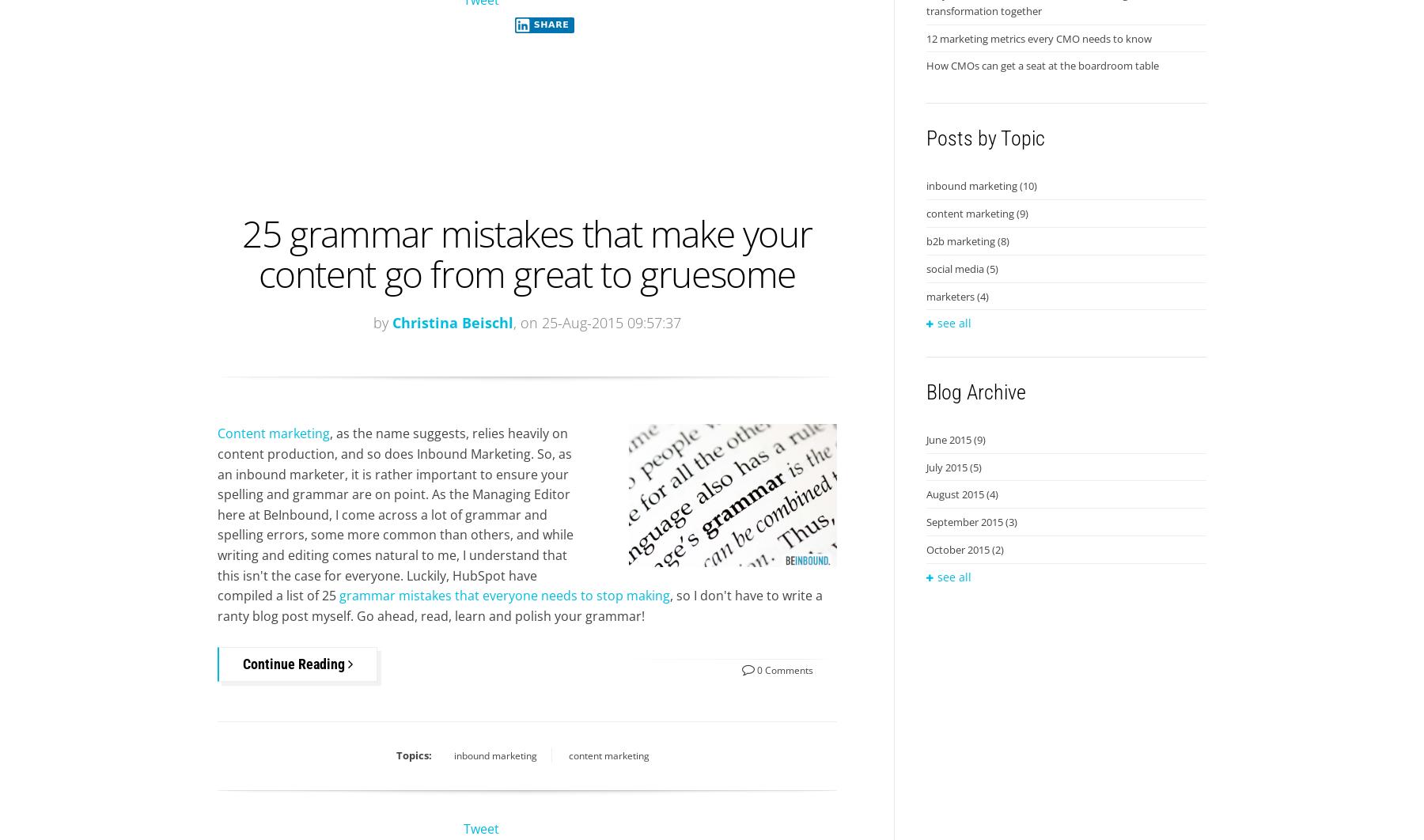 The image size is (1424, 840). I want to click on 'Topics:', so click(395, 753).